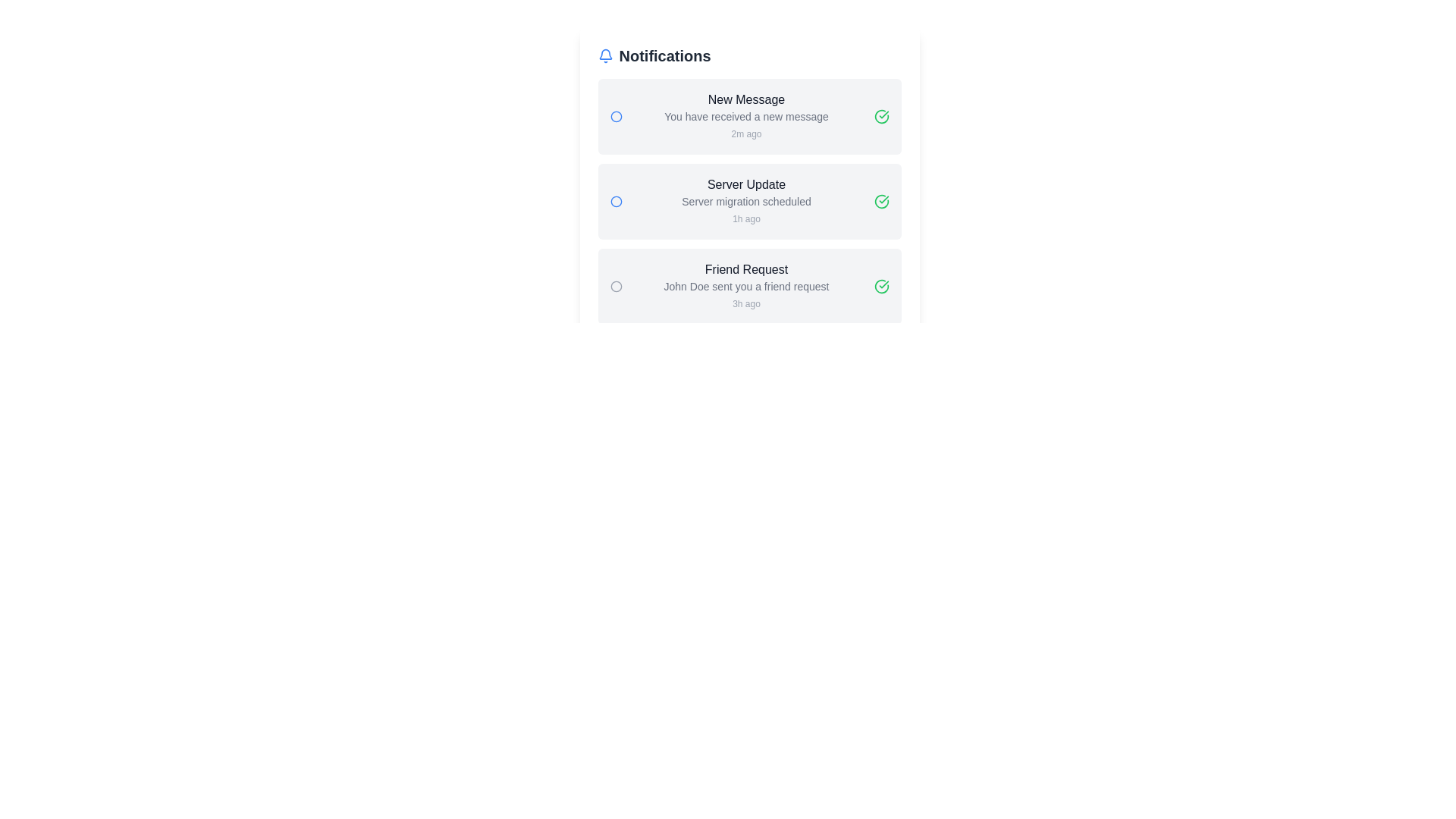 This screenshot has width=1456, height=819. Describe the element at coordinates (616, 287) in the screenshot. I see `the circular icon with a gray border located at the top-left corner of the 'Friend Request' notification card` at that location.